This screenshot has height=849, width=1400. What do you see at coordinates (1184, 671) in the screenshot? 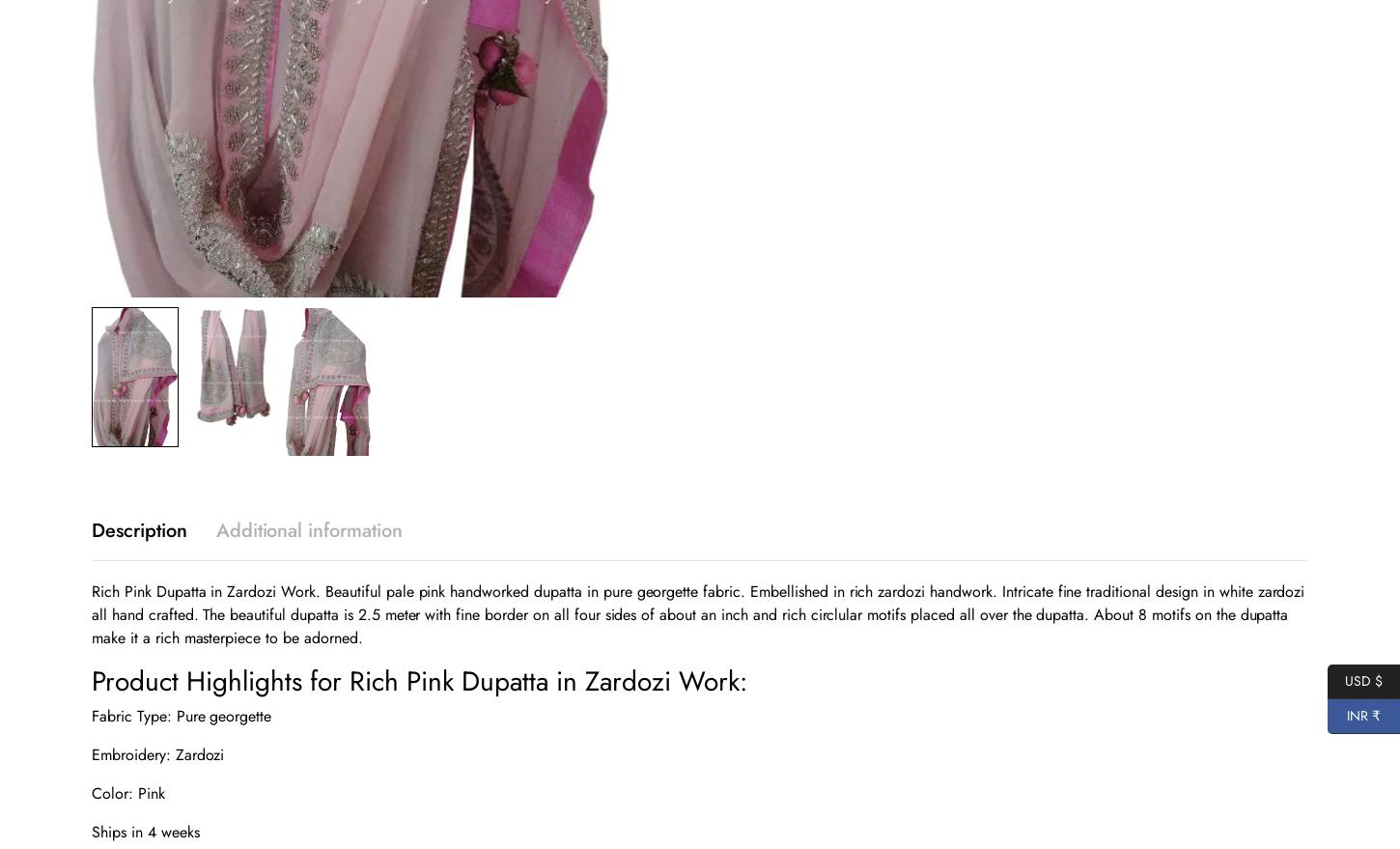
I see `'All Products'` at bounding box center [1184, 671].